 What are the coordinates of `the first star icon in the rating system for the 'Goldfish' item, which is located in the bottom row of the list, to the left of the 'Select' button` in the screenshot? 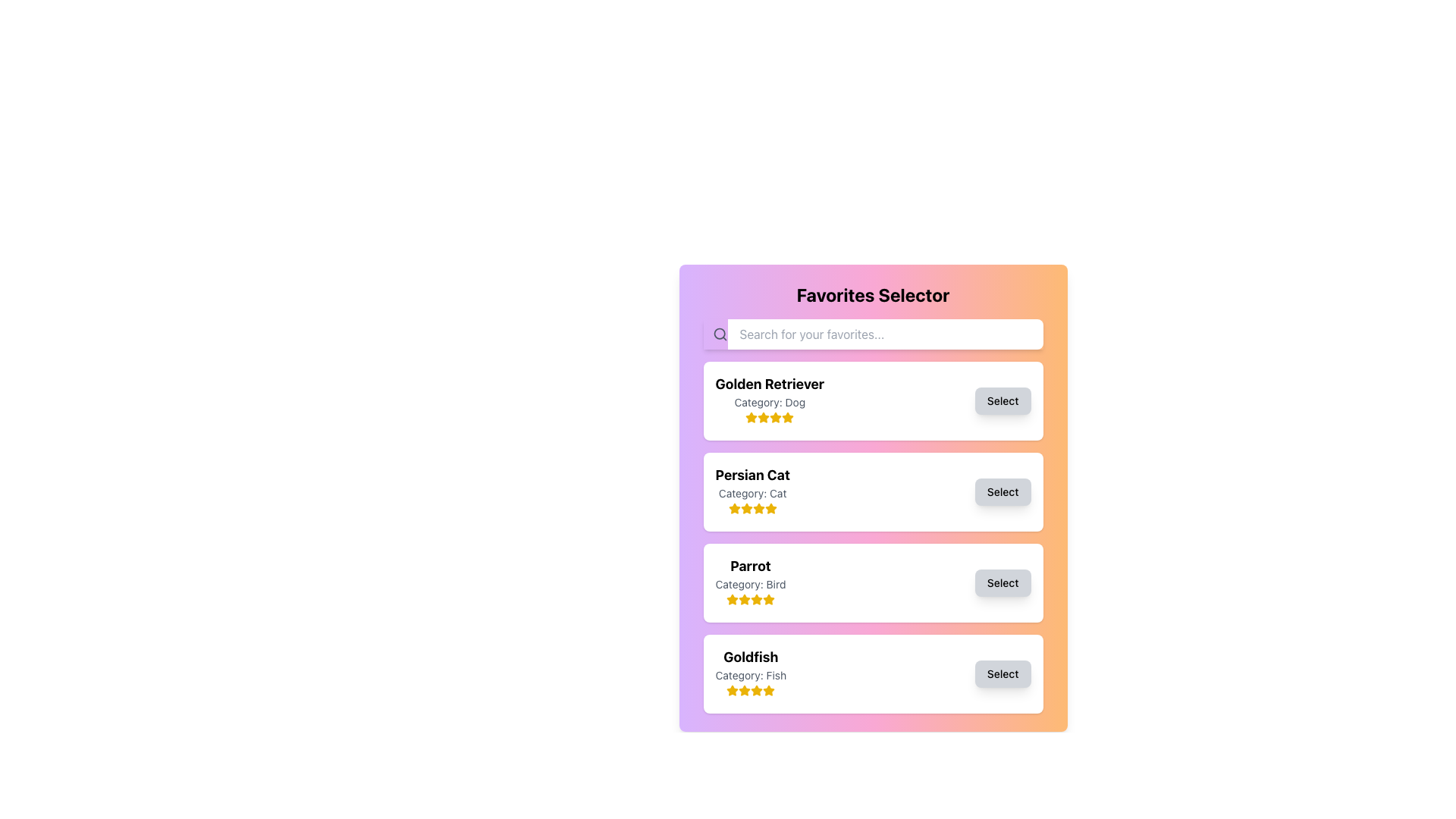 It's located at (733, 690).